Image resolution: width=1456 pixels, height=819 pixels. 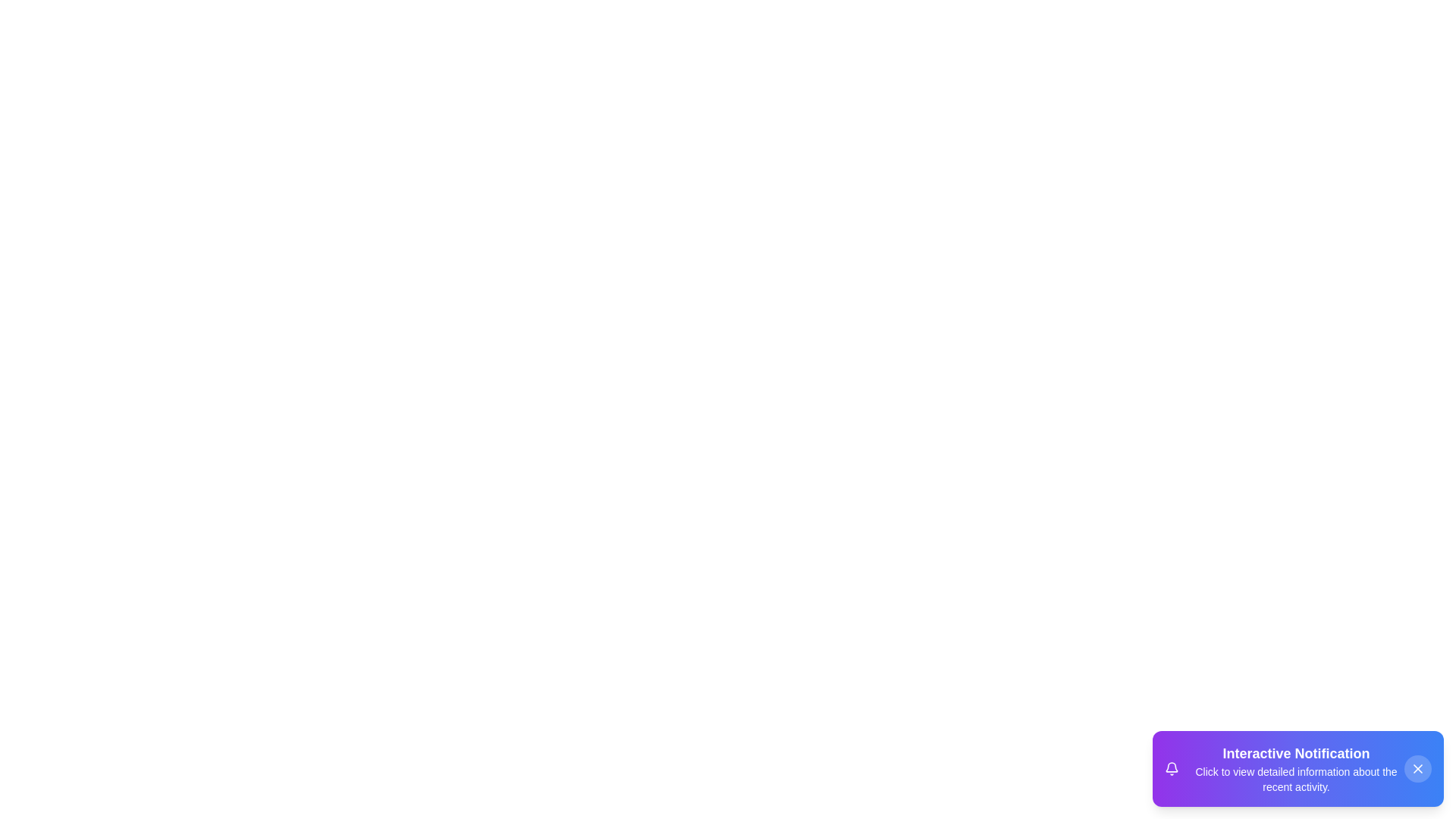 What do you see at coordinates (1295, 754) in the screenshot?
I see `the text to highlight a word` at bounding box center [1295, 754].